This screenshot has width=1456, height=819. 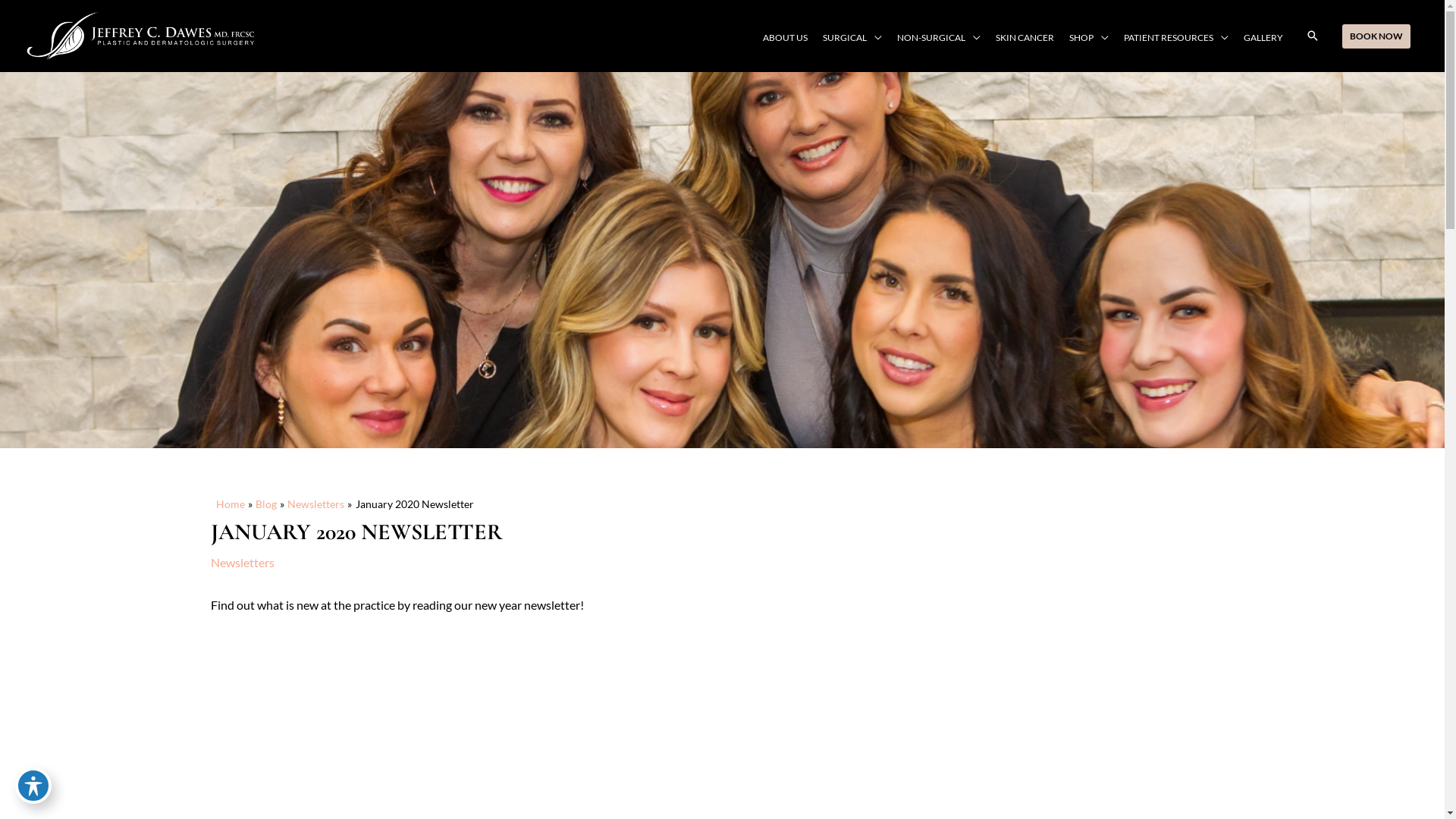 I want to click on 'SHOP', so click(x=1087, y=37).